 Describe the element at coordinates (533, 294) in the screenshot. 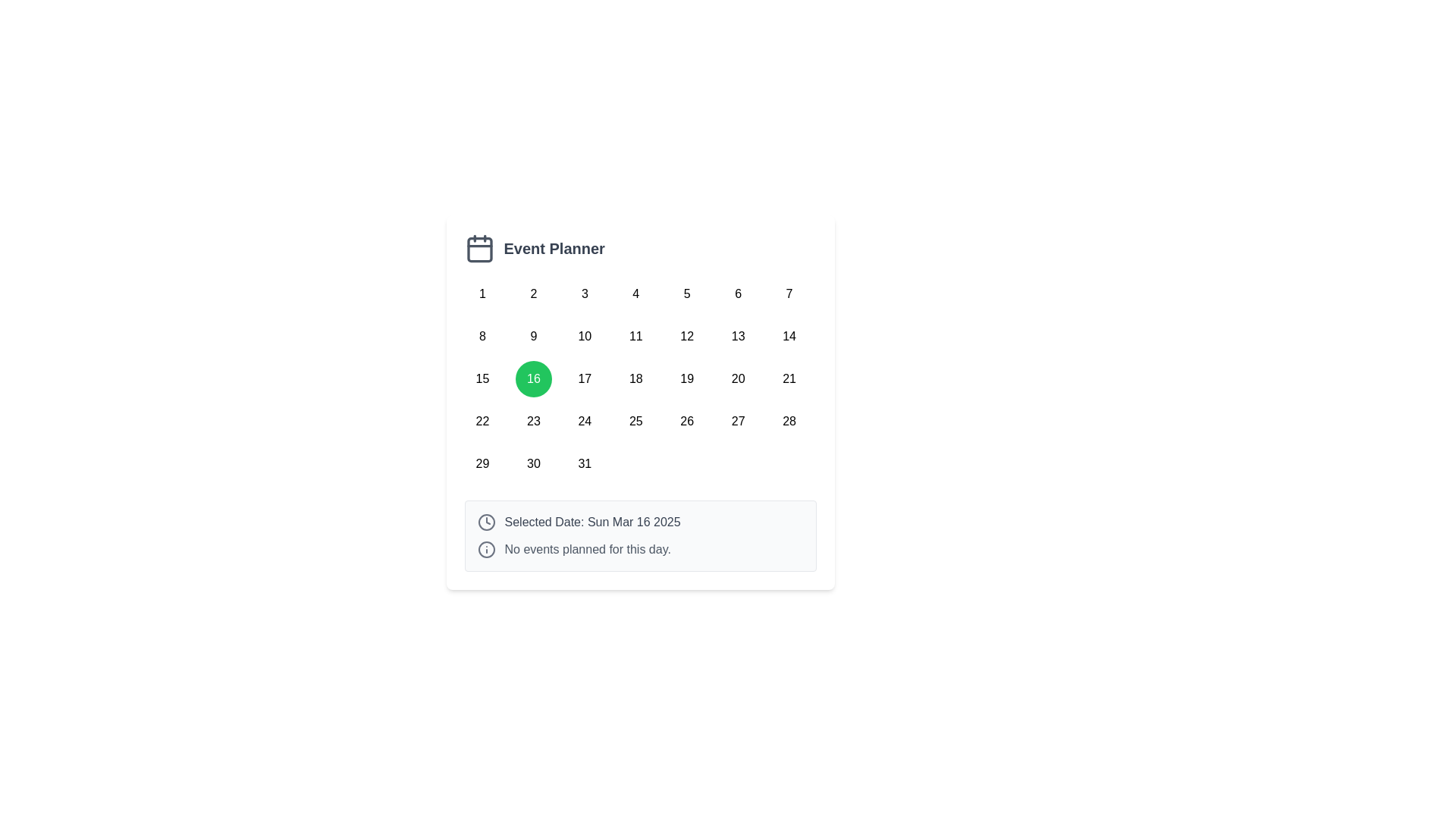

I see `the circular button labeled '2'` at that location.